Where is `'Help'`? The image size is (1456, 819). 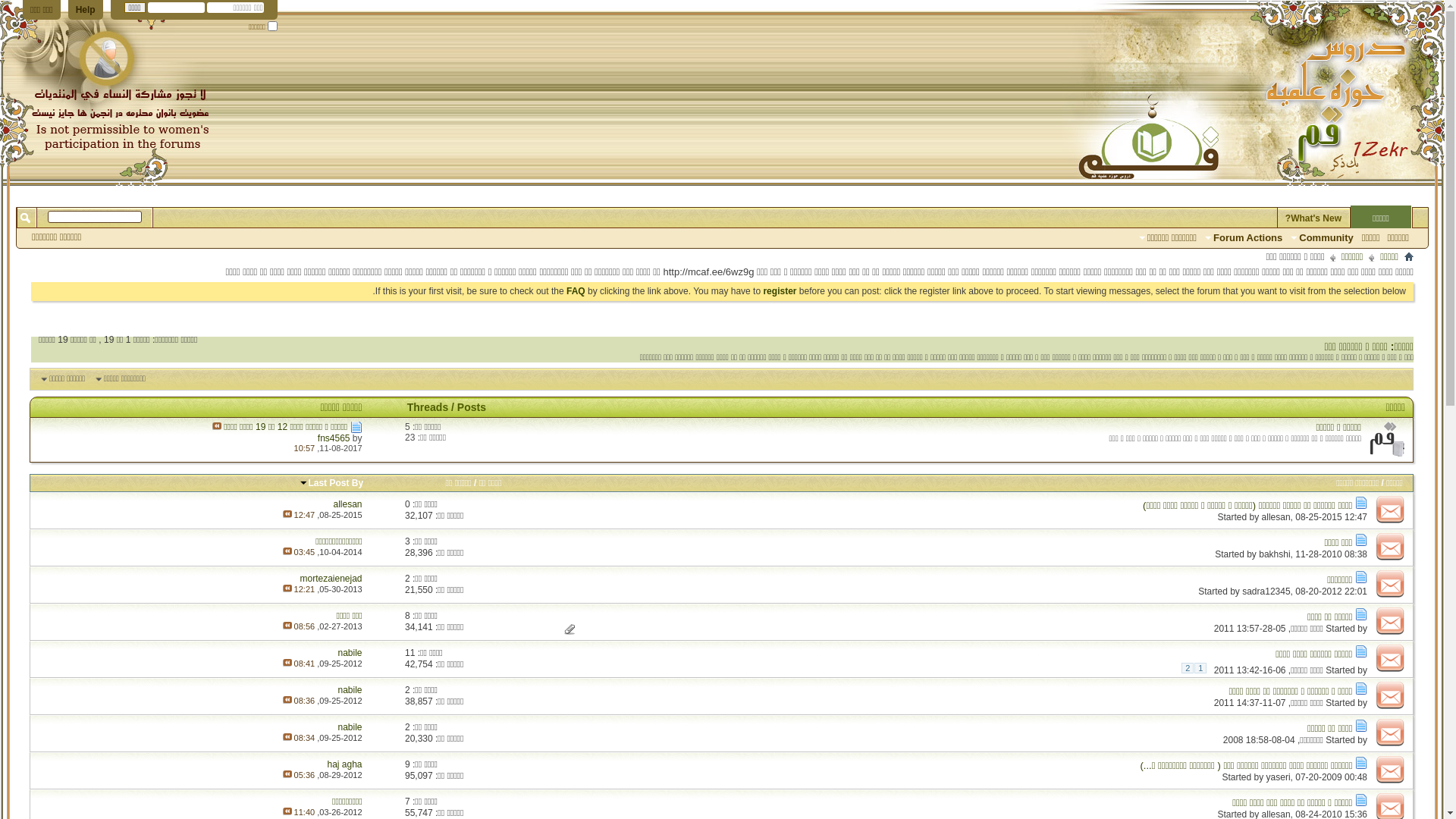 'Help' is located at coordinates (85, 9).